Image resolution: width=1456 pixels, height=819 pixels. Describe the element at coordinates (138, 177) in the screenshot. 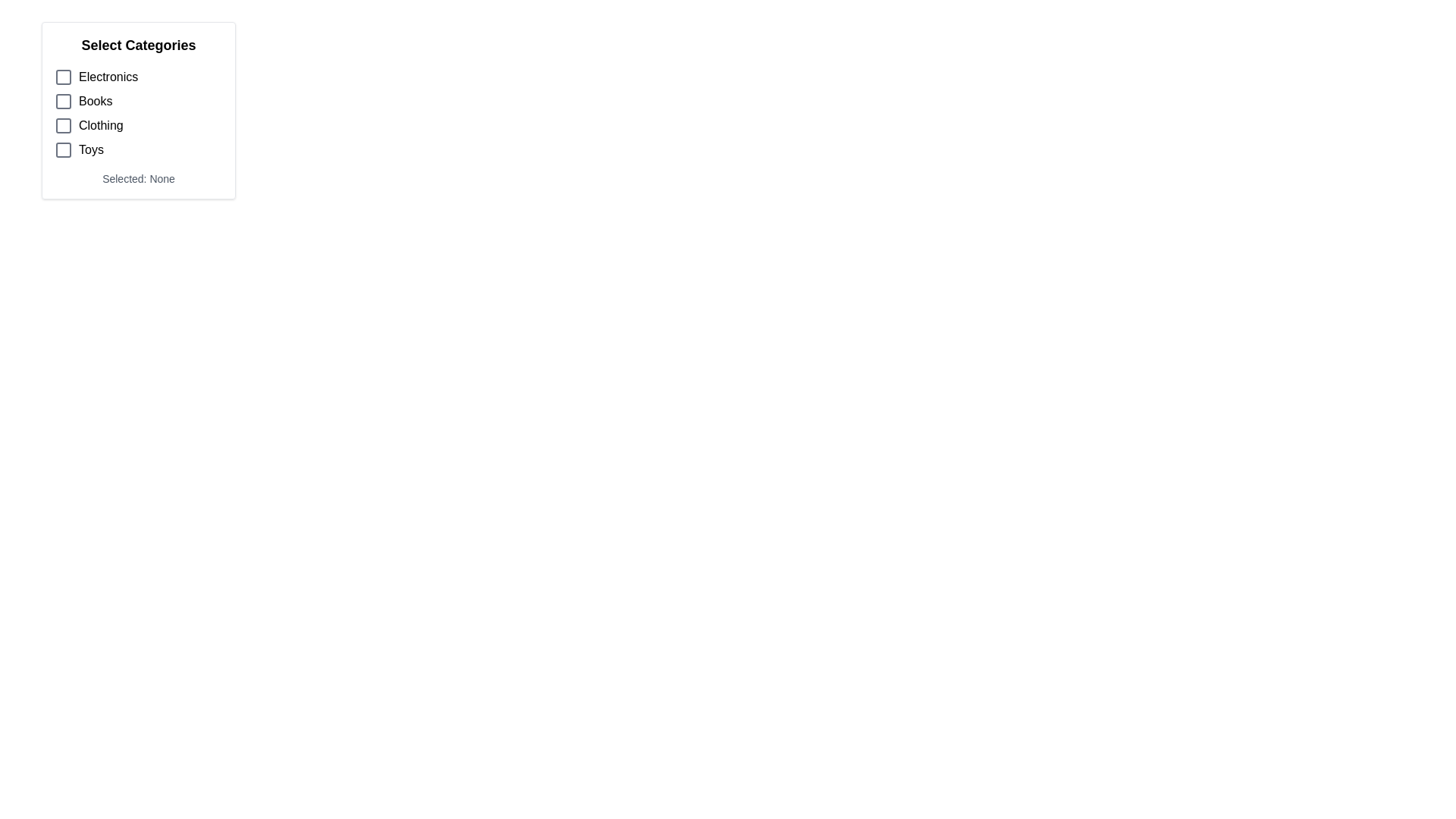

I see `the Text Display that shows the current selection status of categories, located beneath the list of selectable options` at that location.